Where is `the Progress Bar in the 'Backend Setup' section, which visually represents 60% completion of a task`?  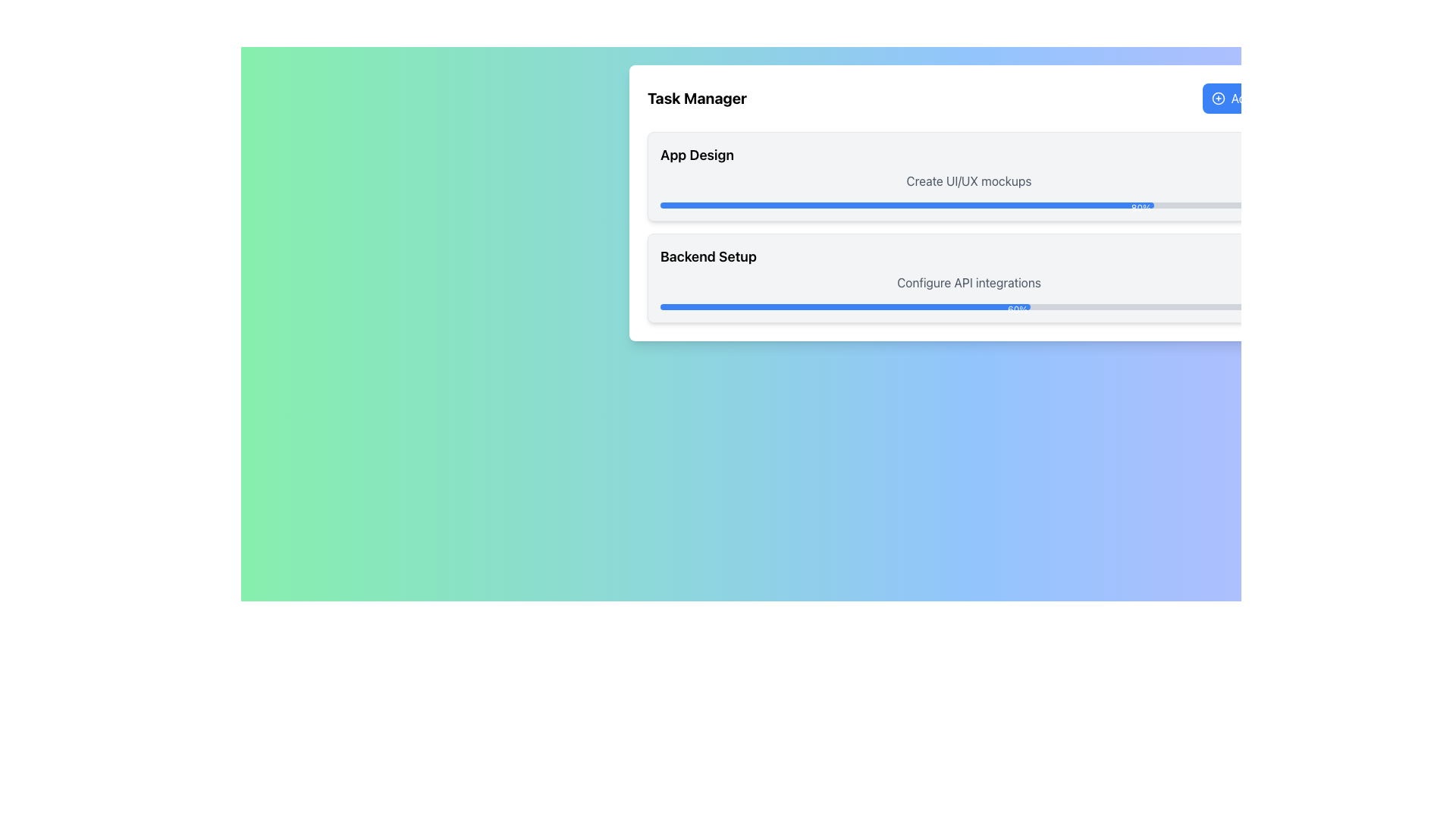
the Progress Bar in the 'Backend Setup' section, which visually represents 60% completion of a task is located at coordinates (845, 307).